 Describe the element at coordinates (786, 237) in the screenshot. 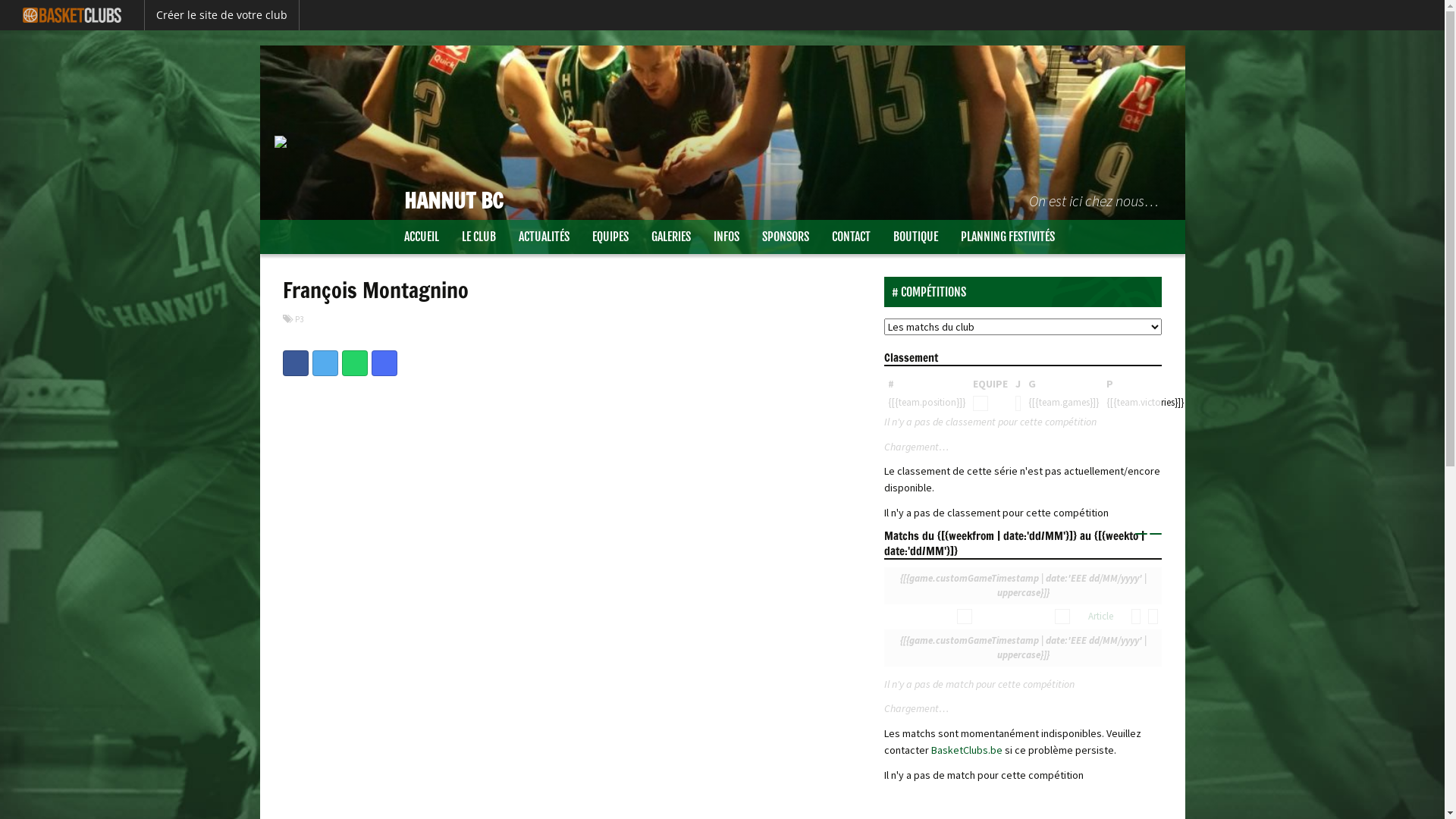

I see `'SPONSORS'` at that location.